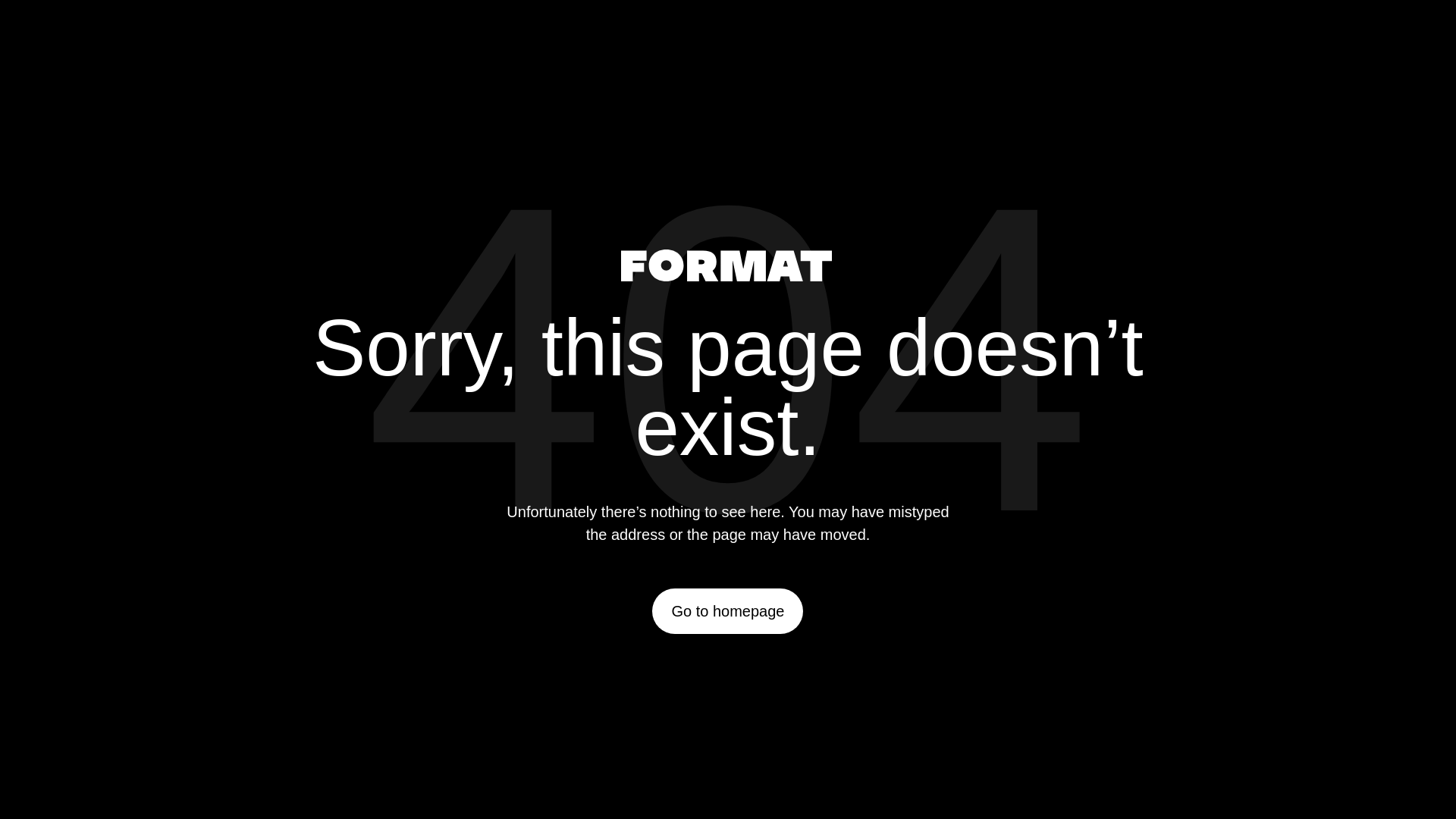 Image resolution: width=1456 pixels, height=819 pixels. I want to click on 'Go to homepage', so click(726, 610).